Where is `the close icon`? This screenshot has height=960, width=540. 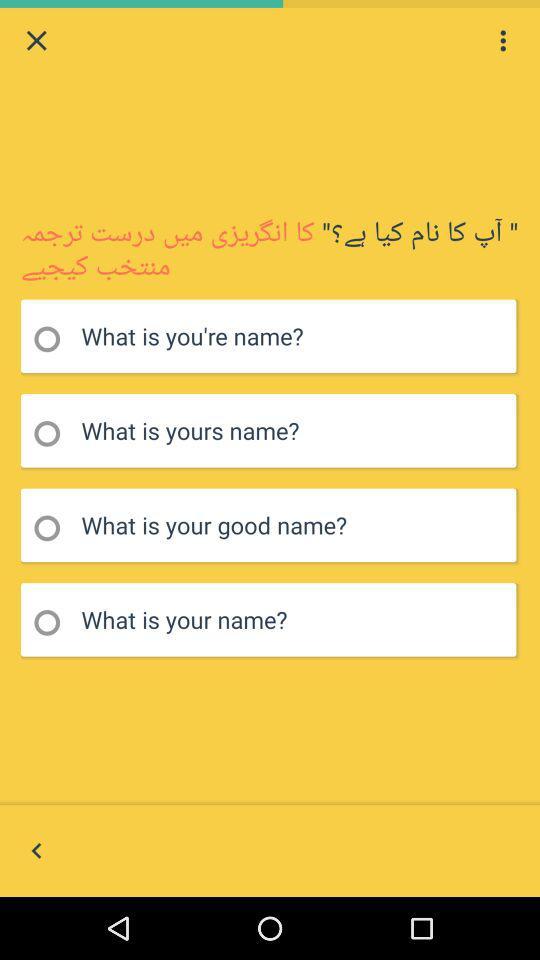
the close icon is located at coordinates (36, 42).